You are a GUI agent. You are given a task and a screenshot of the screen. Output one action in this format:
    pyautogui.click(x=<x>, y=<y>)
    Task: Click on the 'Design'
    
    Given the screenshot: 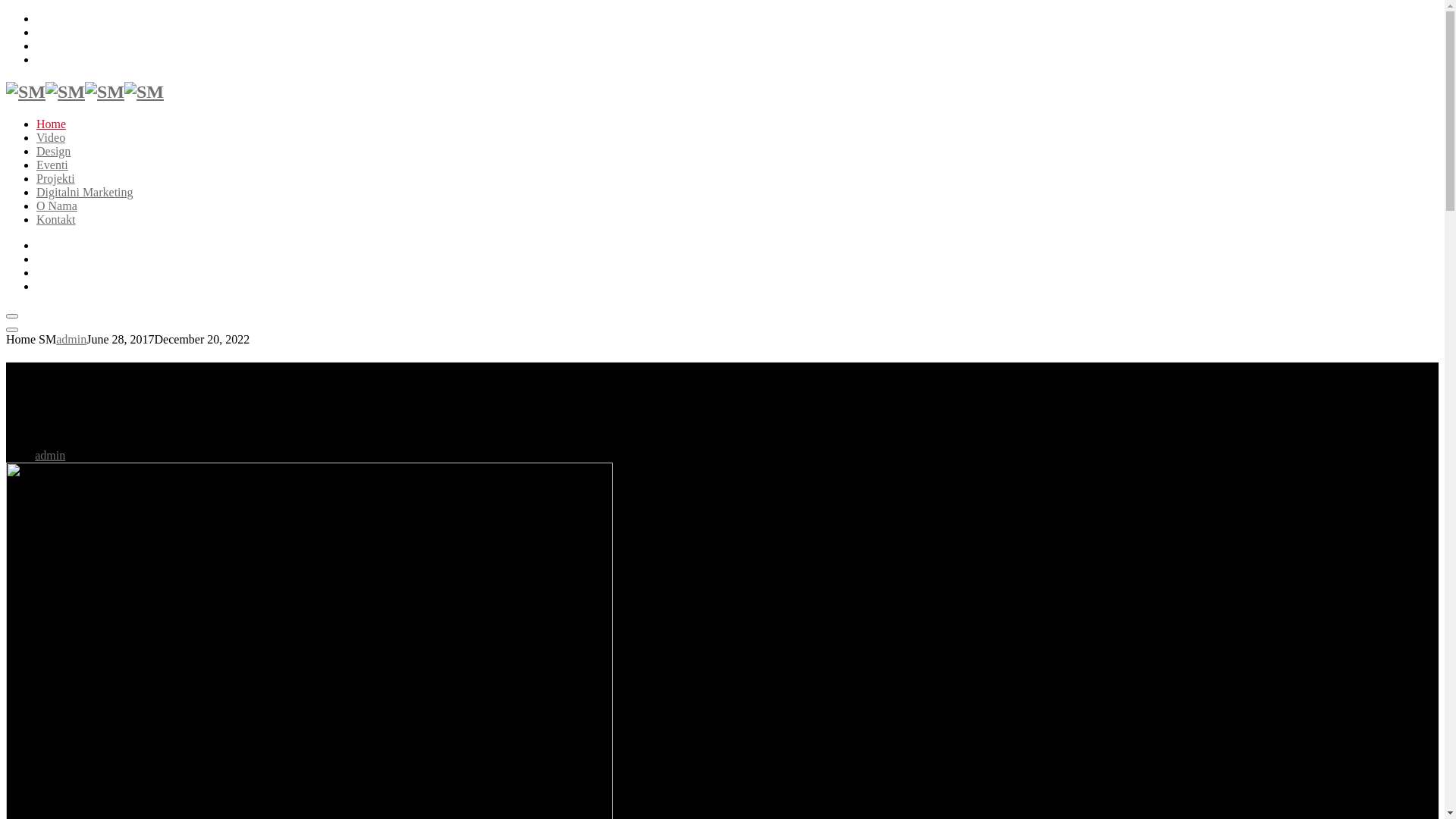 What is the action you would take?
    pyautogui.click(x=53, y=151)
    